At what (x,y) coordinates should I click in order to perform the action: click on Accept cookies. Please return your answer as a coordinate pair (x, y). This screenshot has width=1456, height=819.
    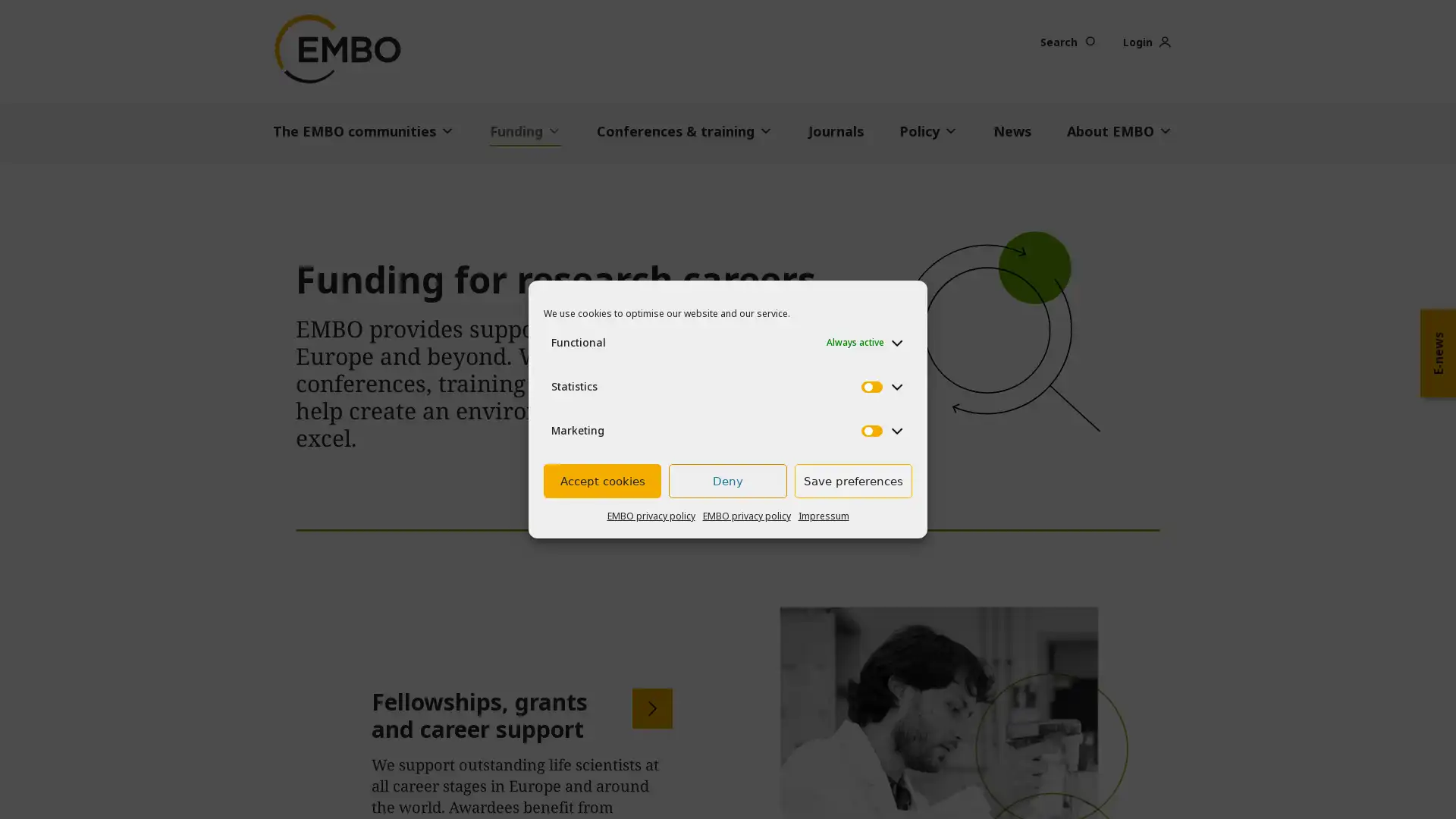
    Looking at the image, I should click on (601, 481).